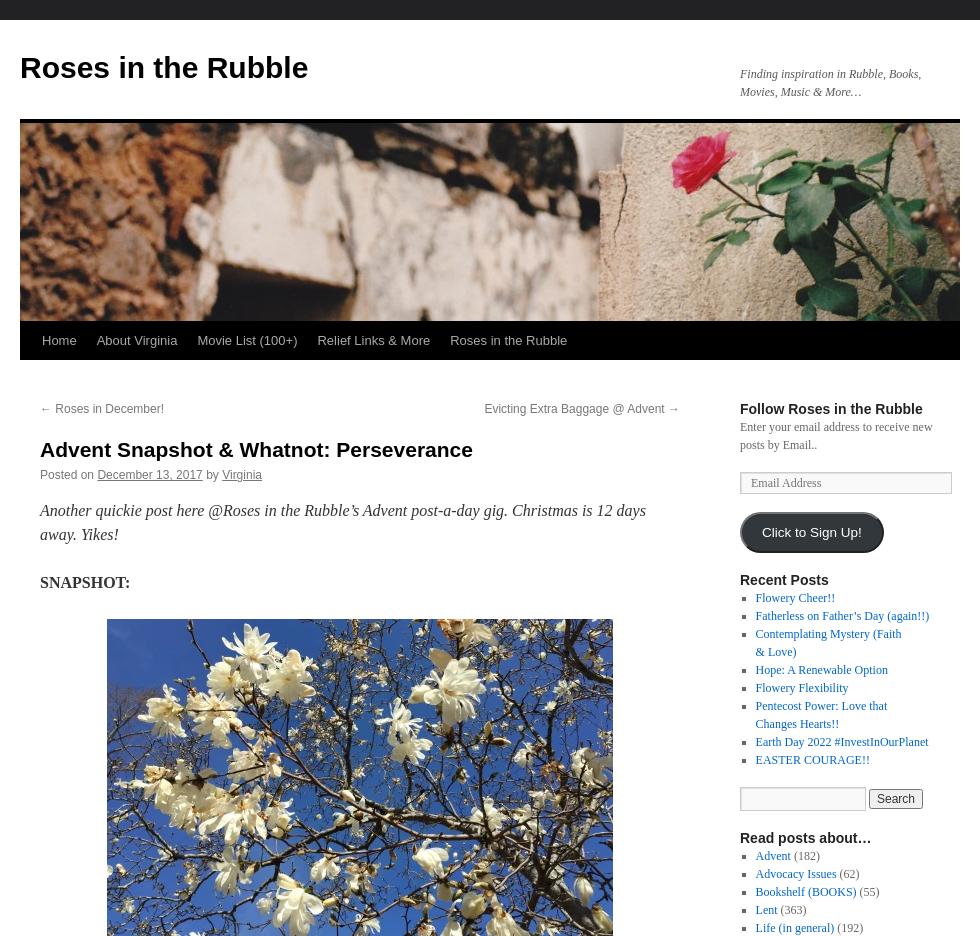 This screenshot has height=936, width=980. I want to click on 'Enter your email address to receive new posts by Email..', so click(836, 435).